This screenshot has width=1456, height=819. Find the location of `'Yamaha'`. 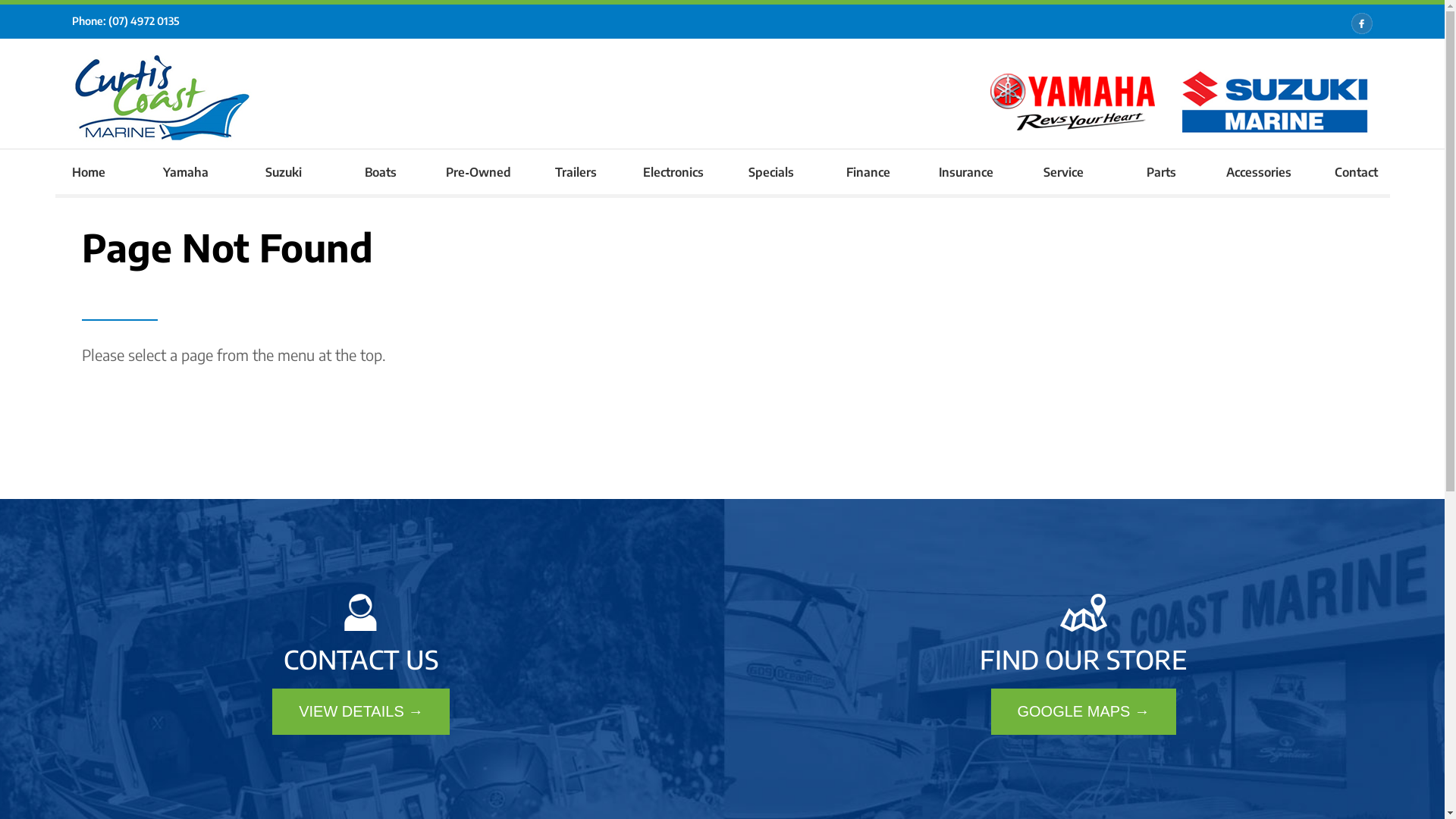

'Yamaha' is located at coordinates (185, 171).